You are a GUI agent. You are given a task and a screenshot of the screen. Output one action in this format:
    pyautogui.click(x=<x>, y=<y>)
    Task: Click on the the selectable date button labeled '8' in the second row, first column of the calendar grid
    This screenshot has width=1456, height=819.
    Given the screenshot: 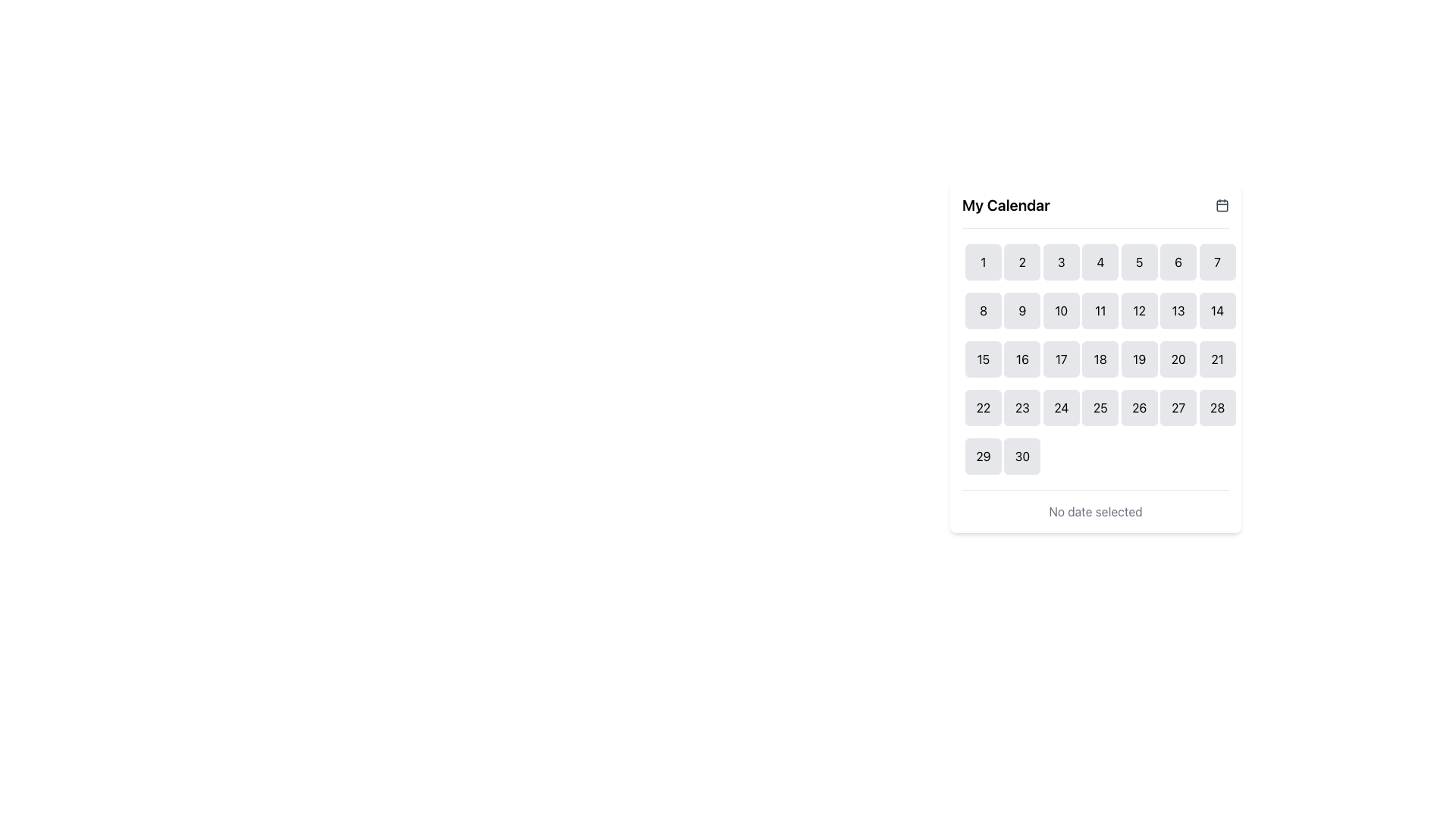 What is the action you would take?
    pyautogui.click(x=983, y=309)
    